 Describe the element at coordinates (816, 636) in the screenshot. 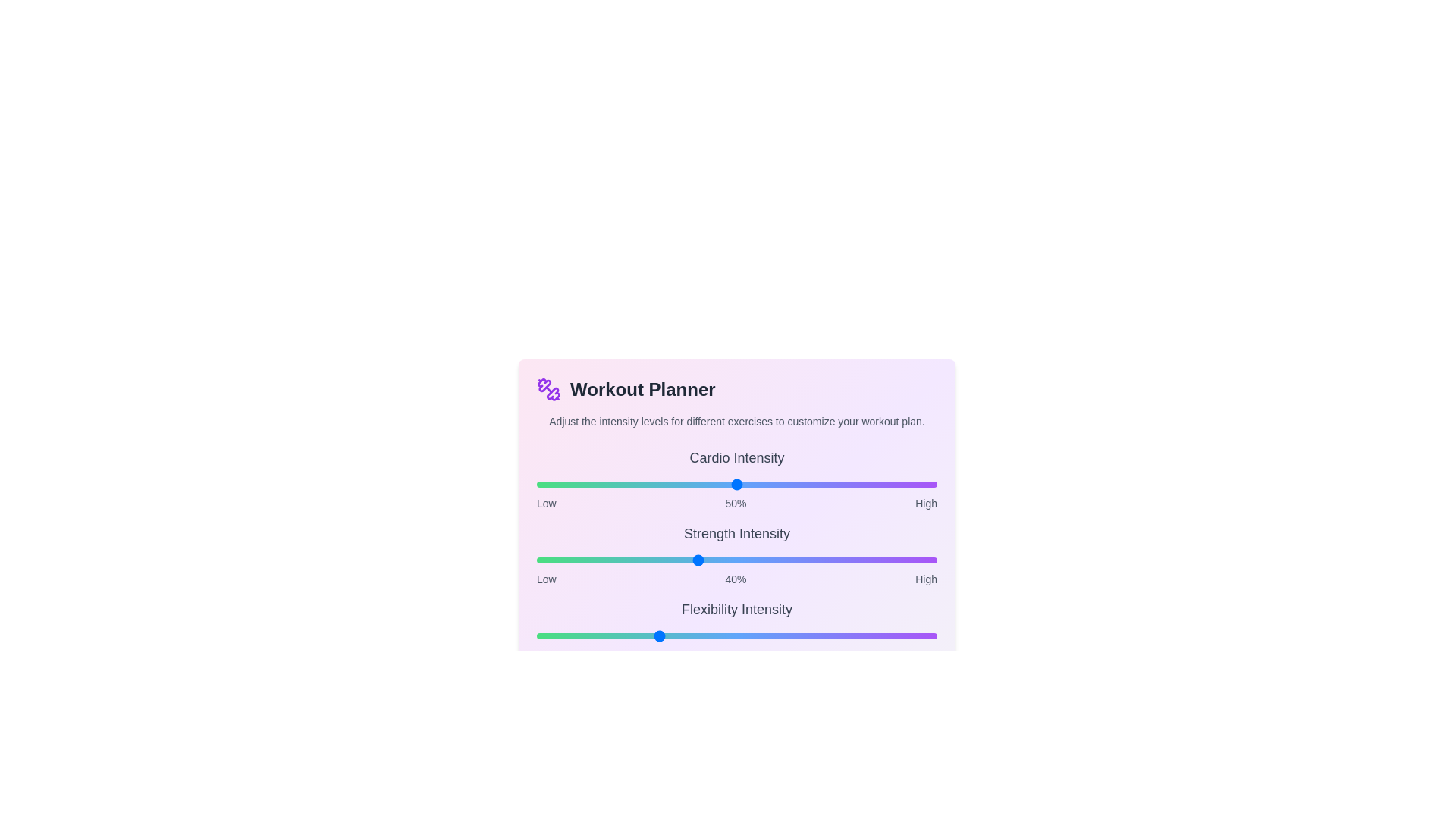

I see `the intensity of the 2 slider to 70%` at that location.